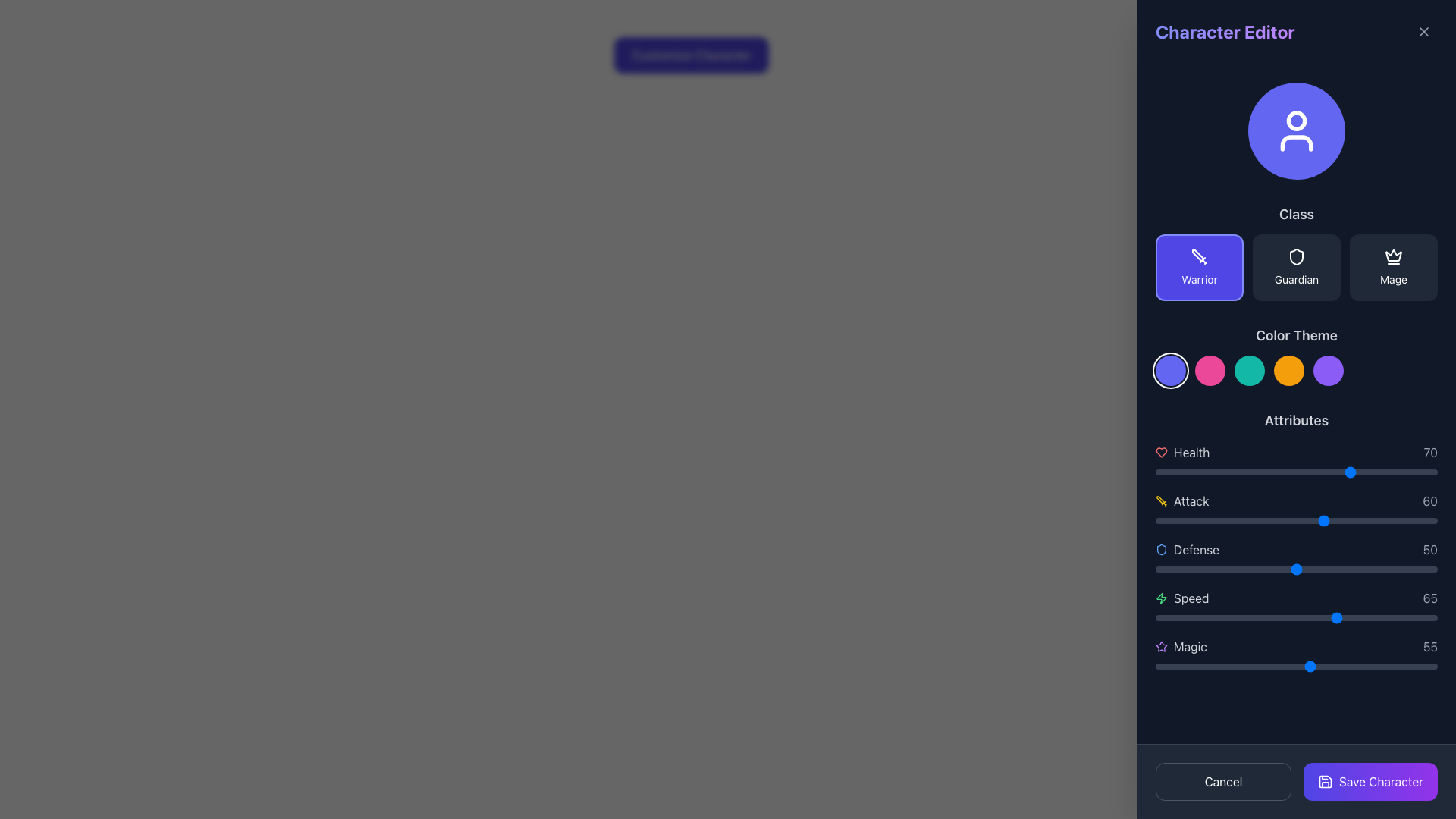  I want to click on the 'Attack' attribute slider, so click(1353, 519).